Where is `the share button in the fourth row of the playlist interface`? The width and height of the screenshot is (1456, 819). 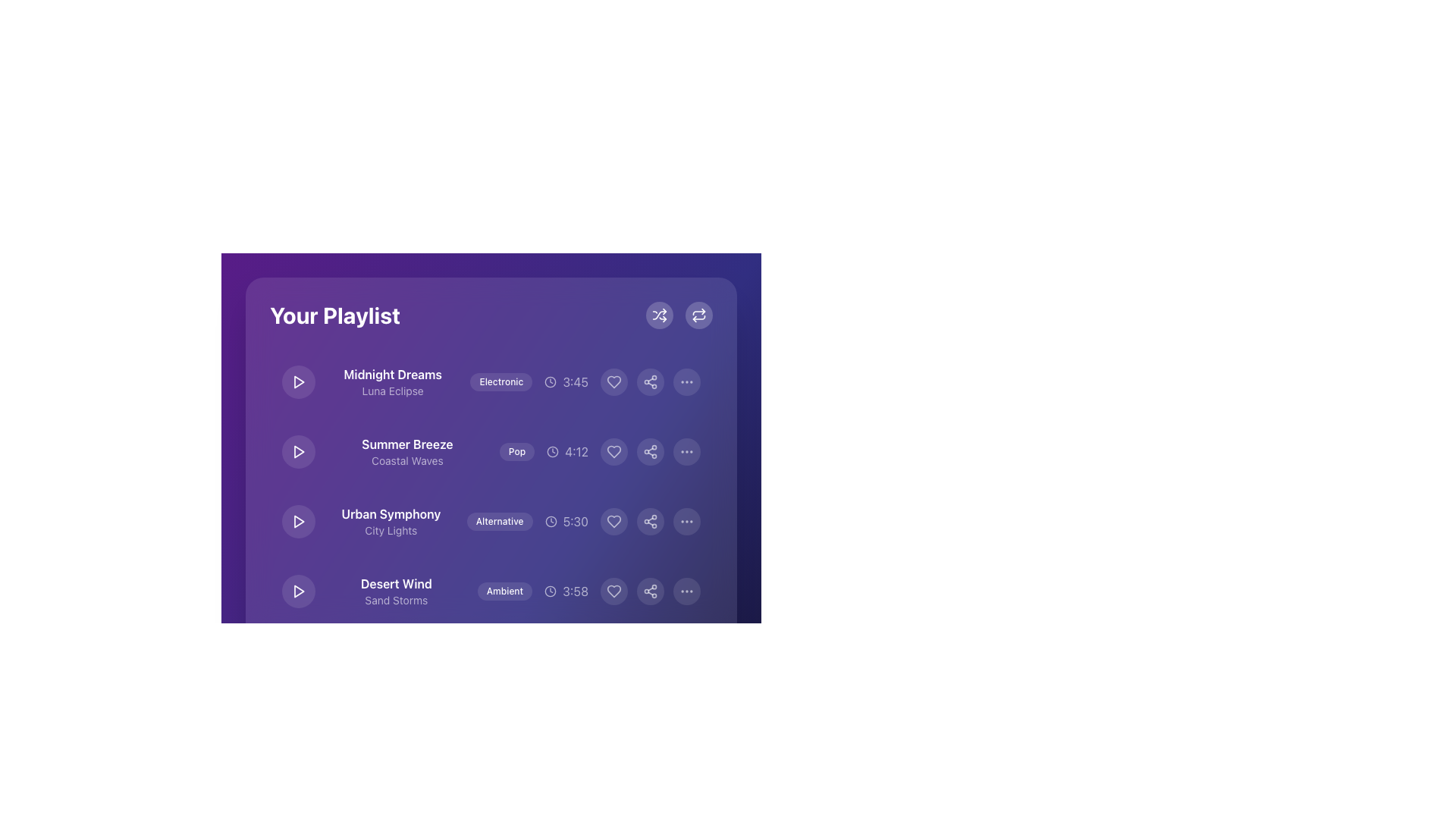
the share button in the fourth row of the playlist interface is located at coordinates (651, 590).